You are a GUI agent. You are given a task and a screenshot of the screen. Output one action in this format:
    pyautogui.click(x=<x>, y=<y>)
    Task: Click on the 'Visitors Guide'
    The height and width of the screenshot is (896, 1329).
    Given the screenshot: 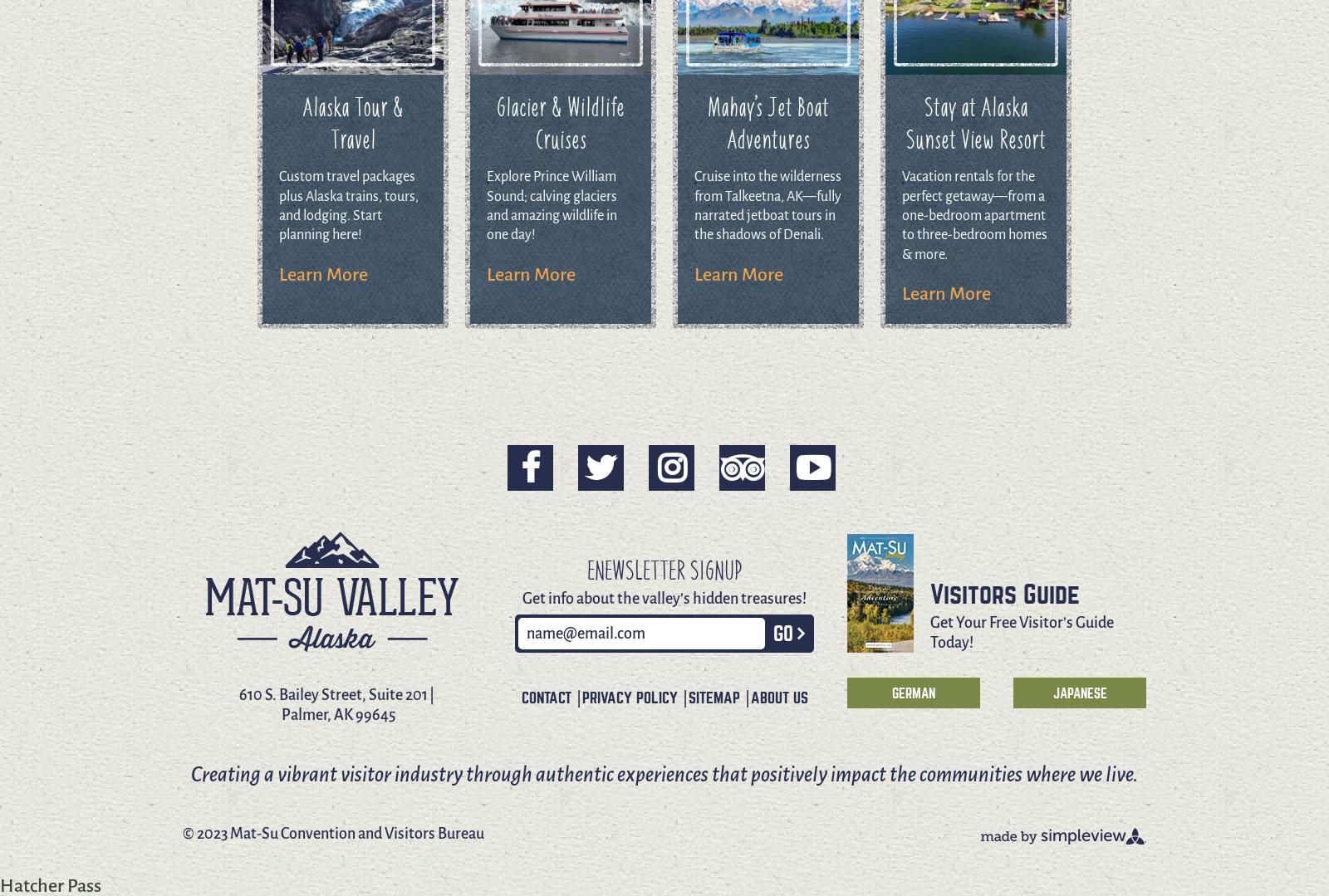 What is the action you would take?
    pyautogui.click(x=1003, y=593)
    